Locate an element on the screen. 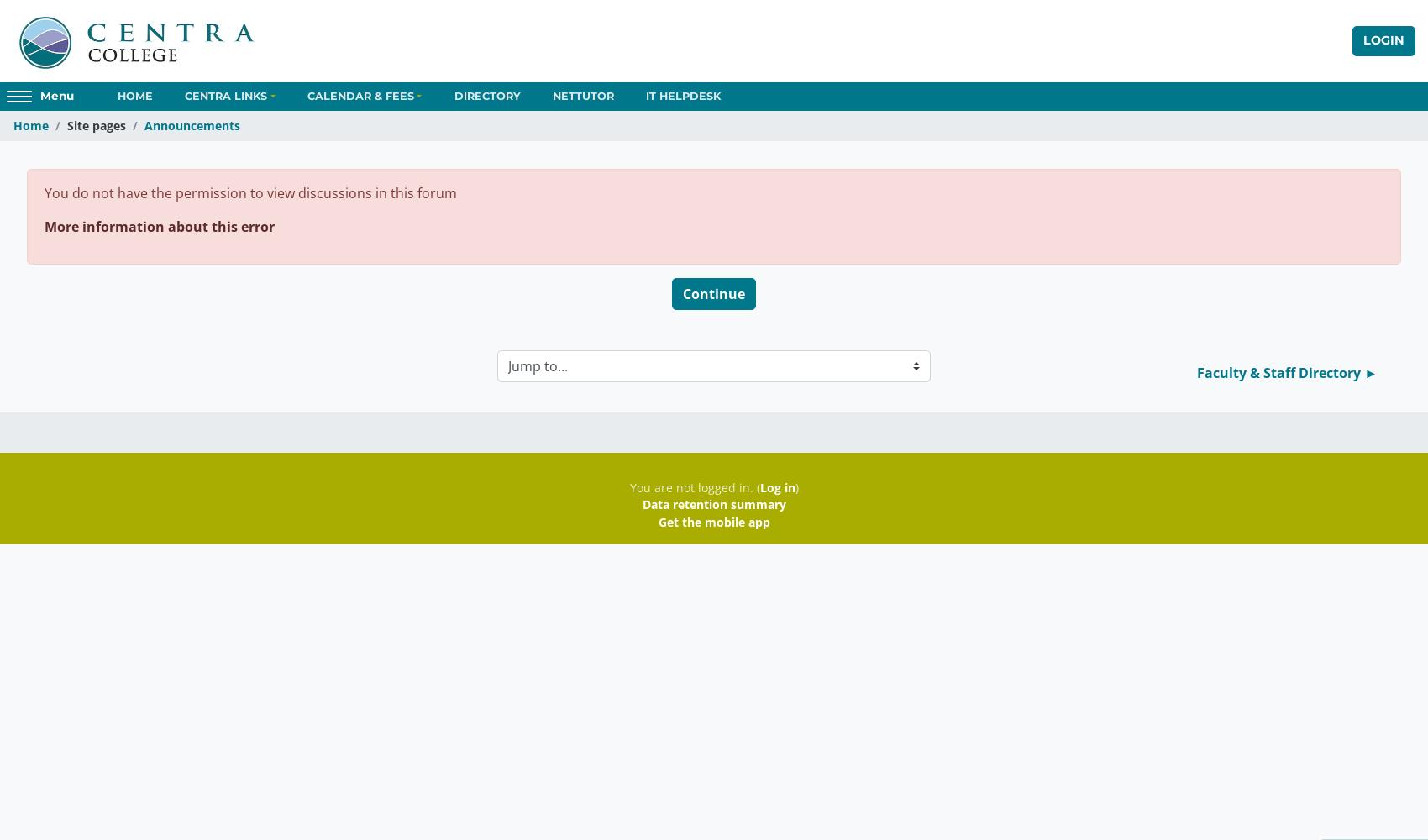 The height and width of the screenshot is (840, 1428). 'Get the mobile app' is located at coordinates (657, 520).